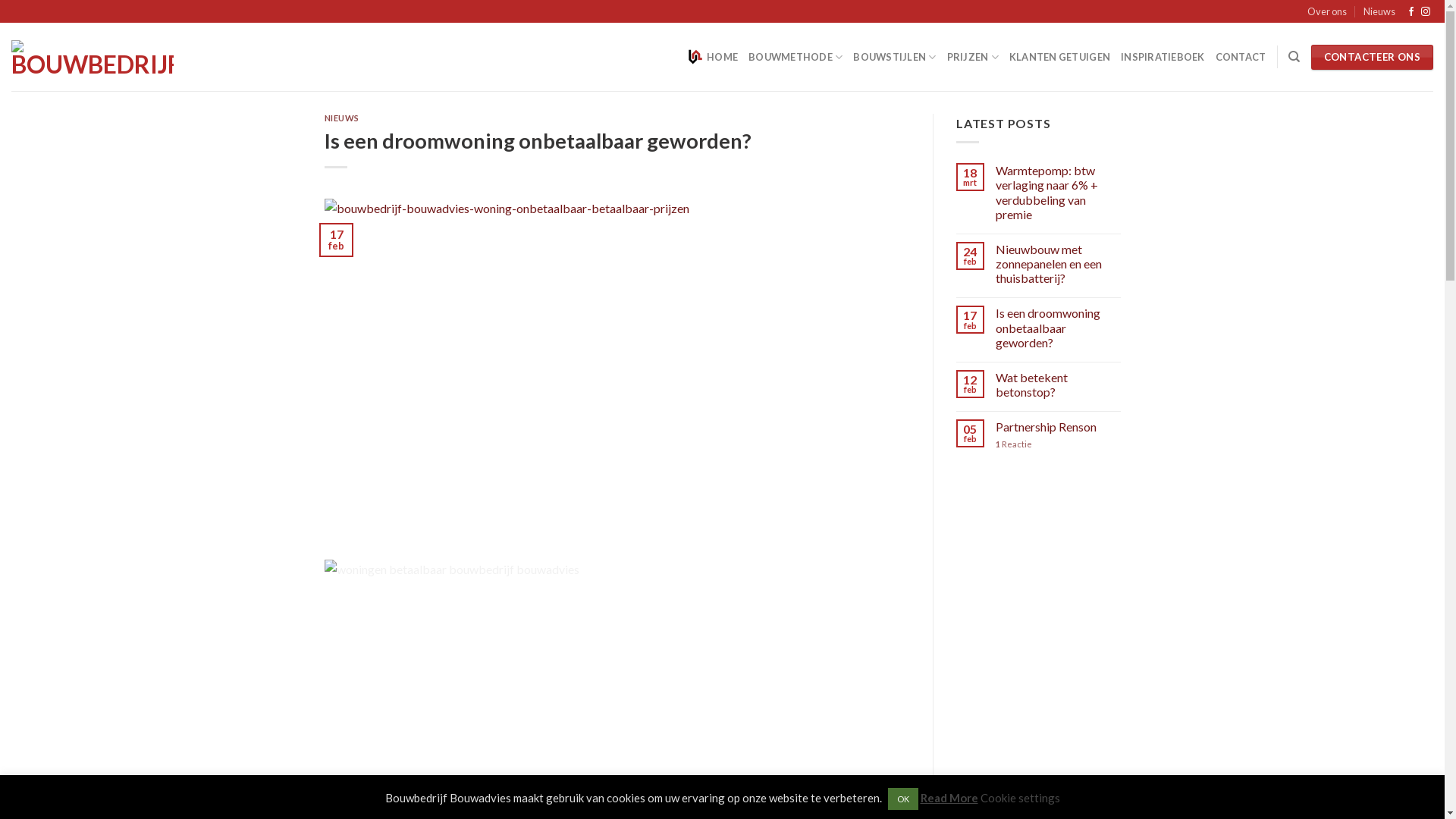  Describe the element at coordinates (1372, 57) in the screenshot. I see `'CONTACTEER ONS'` at that location.